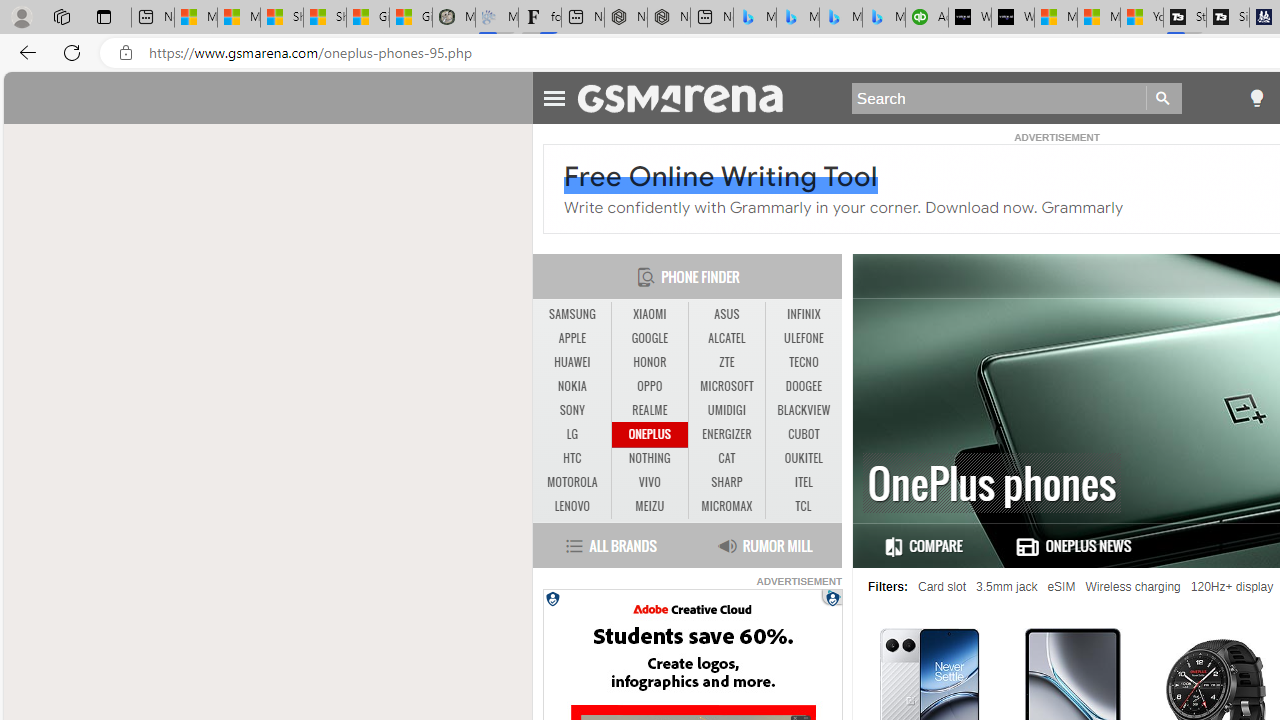 The height and width of the screenshot is (720, 1280). Describe the element at coordinates (720, 175) in the screenshot. I see `'Free Online Writing Tool'` at that location.